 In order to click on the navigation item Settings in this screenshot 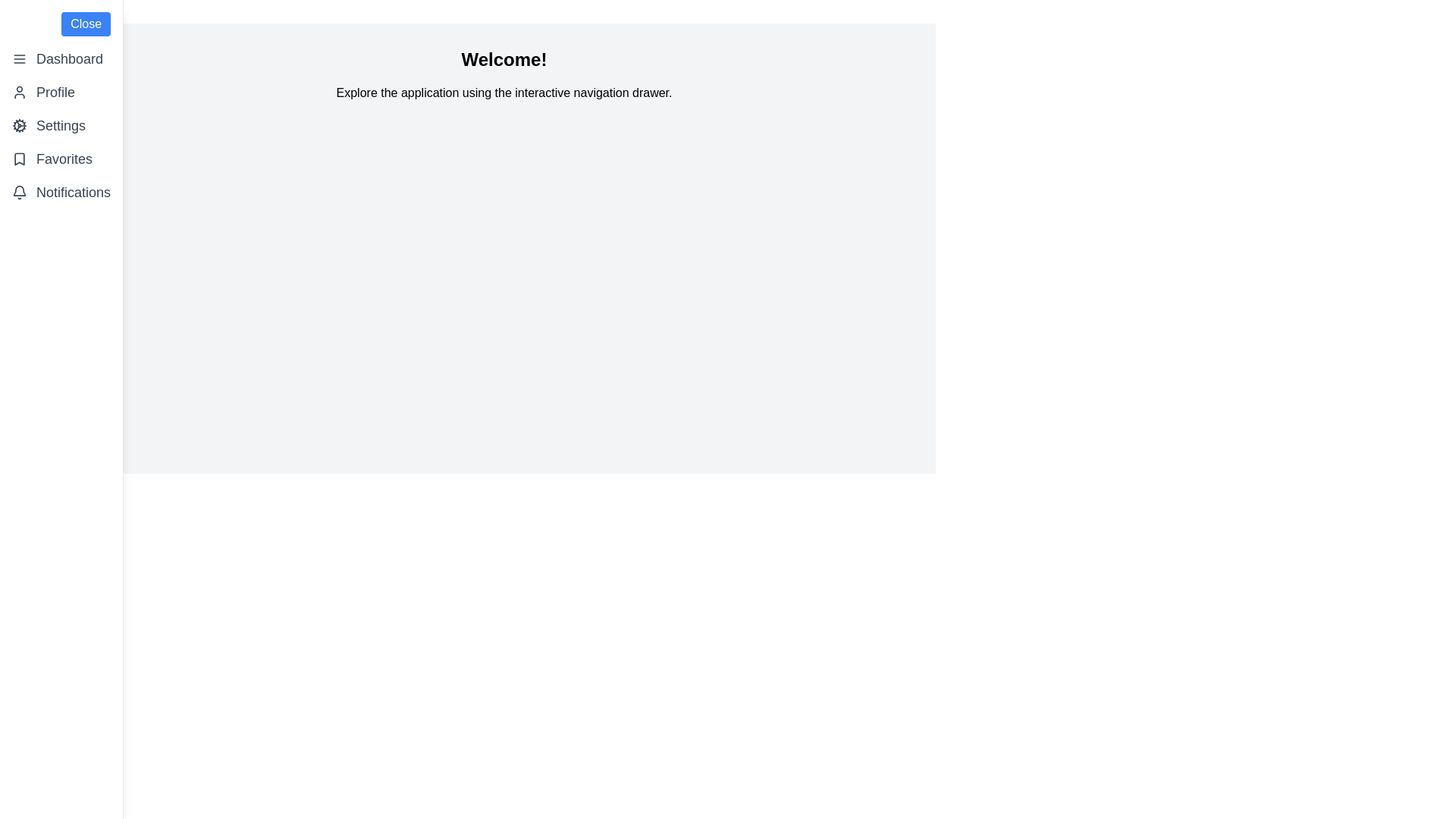, I will do `click(61, 124)`.